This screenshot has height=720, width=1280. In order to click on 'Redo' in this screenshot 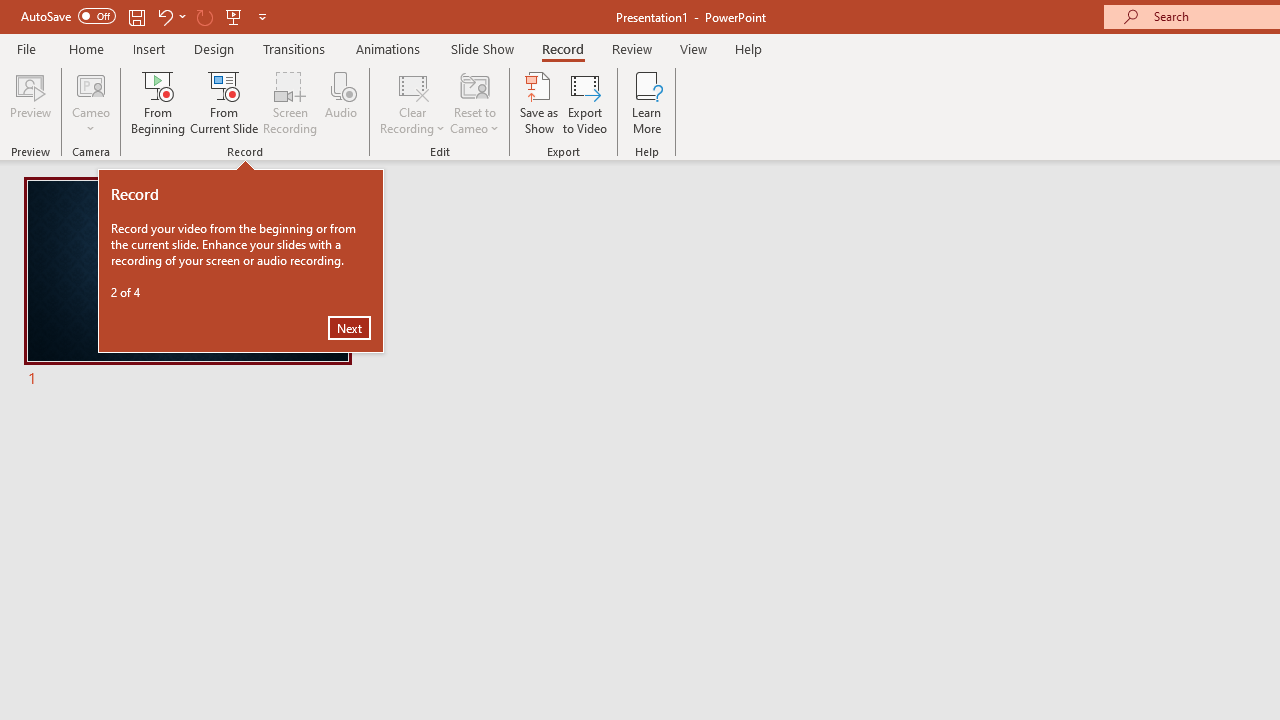, I will do `click(204, 16)`.